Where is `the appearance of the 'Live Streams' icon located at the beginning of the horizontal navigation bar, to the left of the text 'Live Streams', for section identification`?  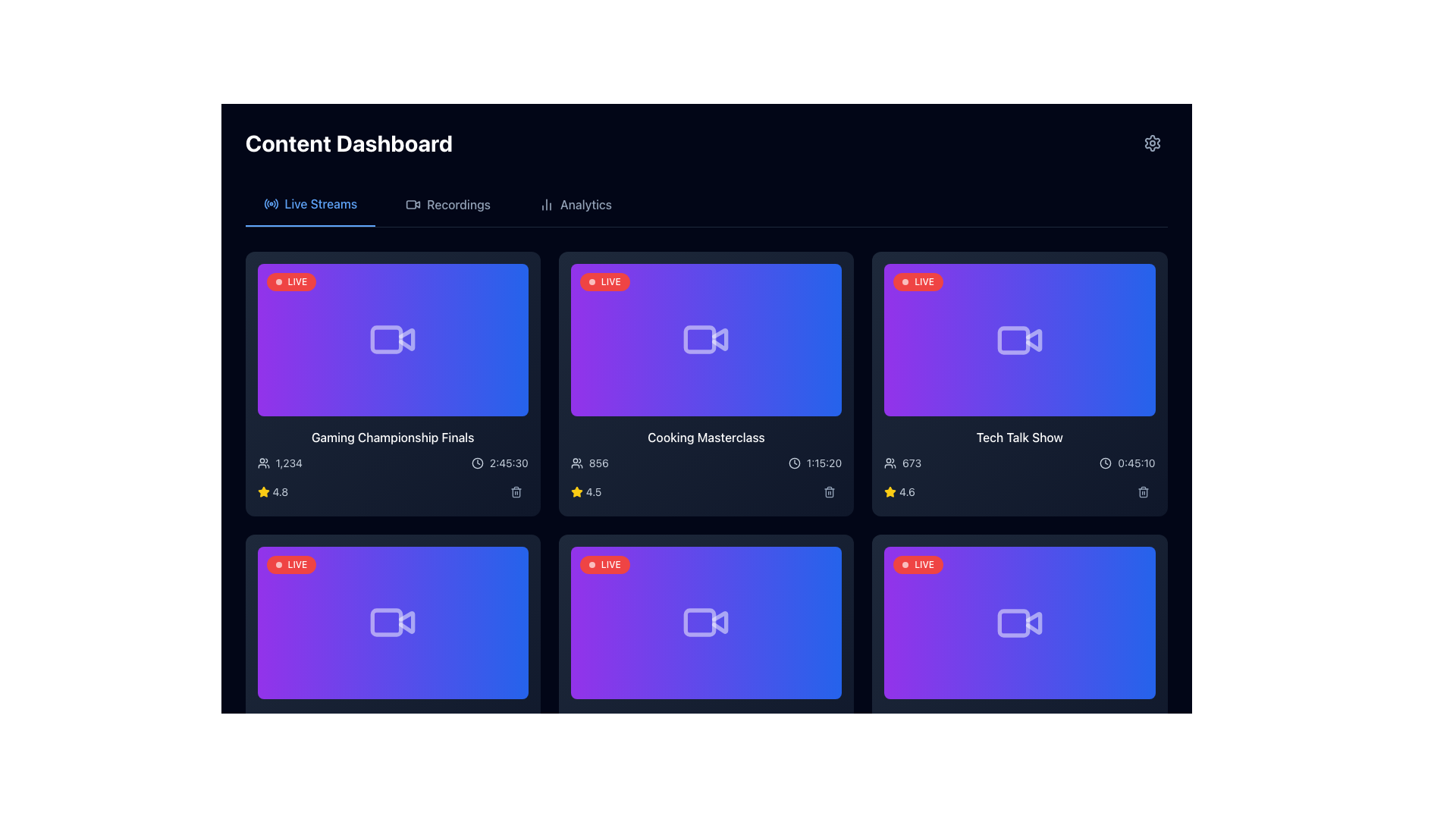
the appearance of the 'Live Streams' icon located at the beginning of the horizontal navigation bar, to the left of the text 'Live Streams', for section identification is located at coordinates (271, 203).